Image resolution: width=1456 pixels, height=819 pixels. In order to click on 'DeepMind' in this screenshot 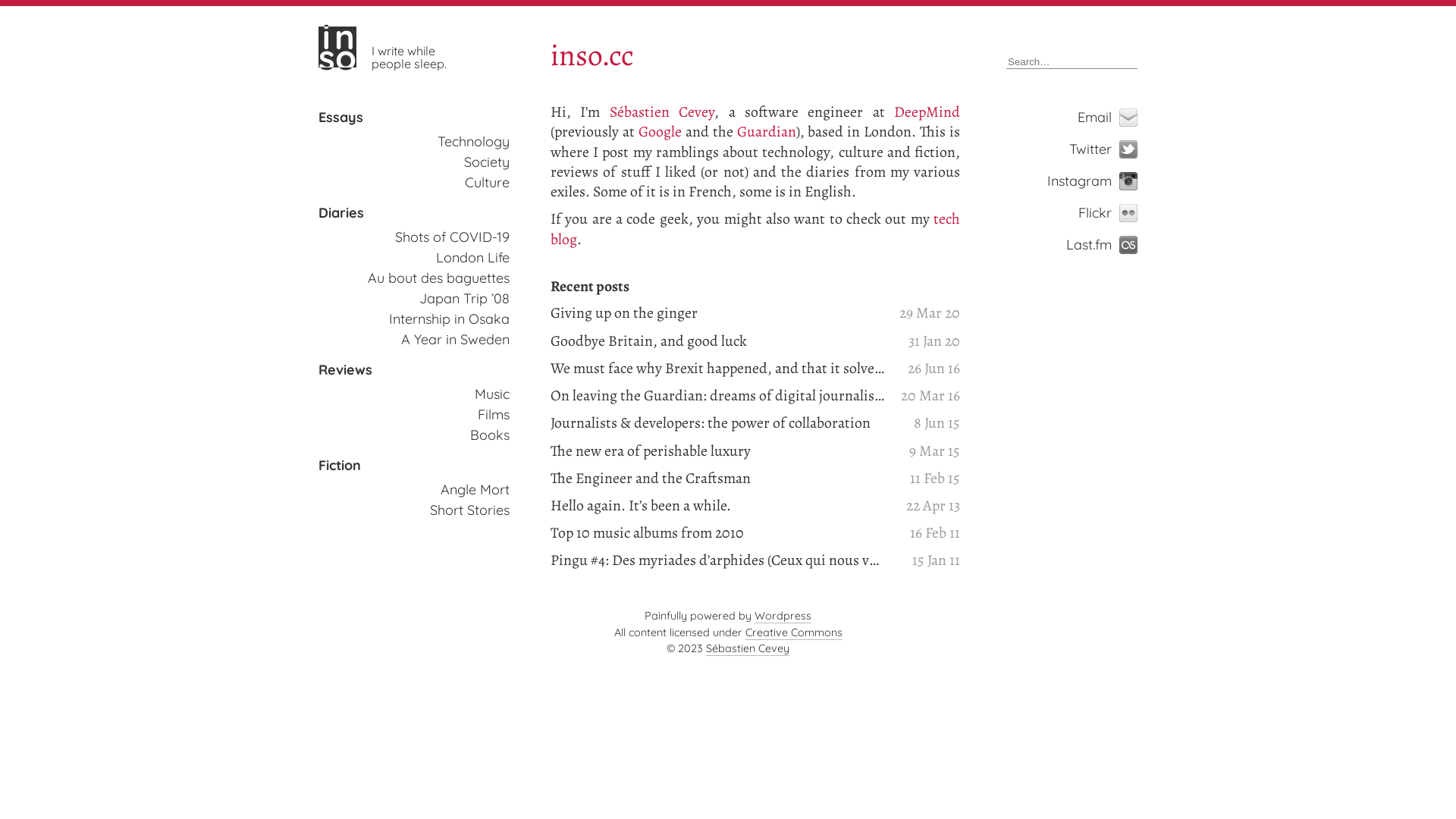, I will do `click(926, 111)`.